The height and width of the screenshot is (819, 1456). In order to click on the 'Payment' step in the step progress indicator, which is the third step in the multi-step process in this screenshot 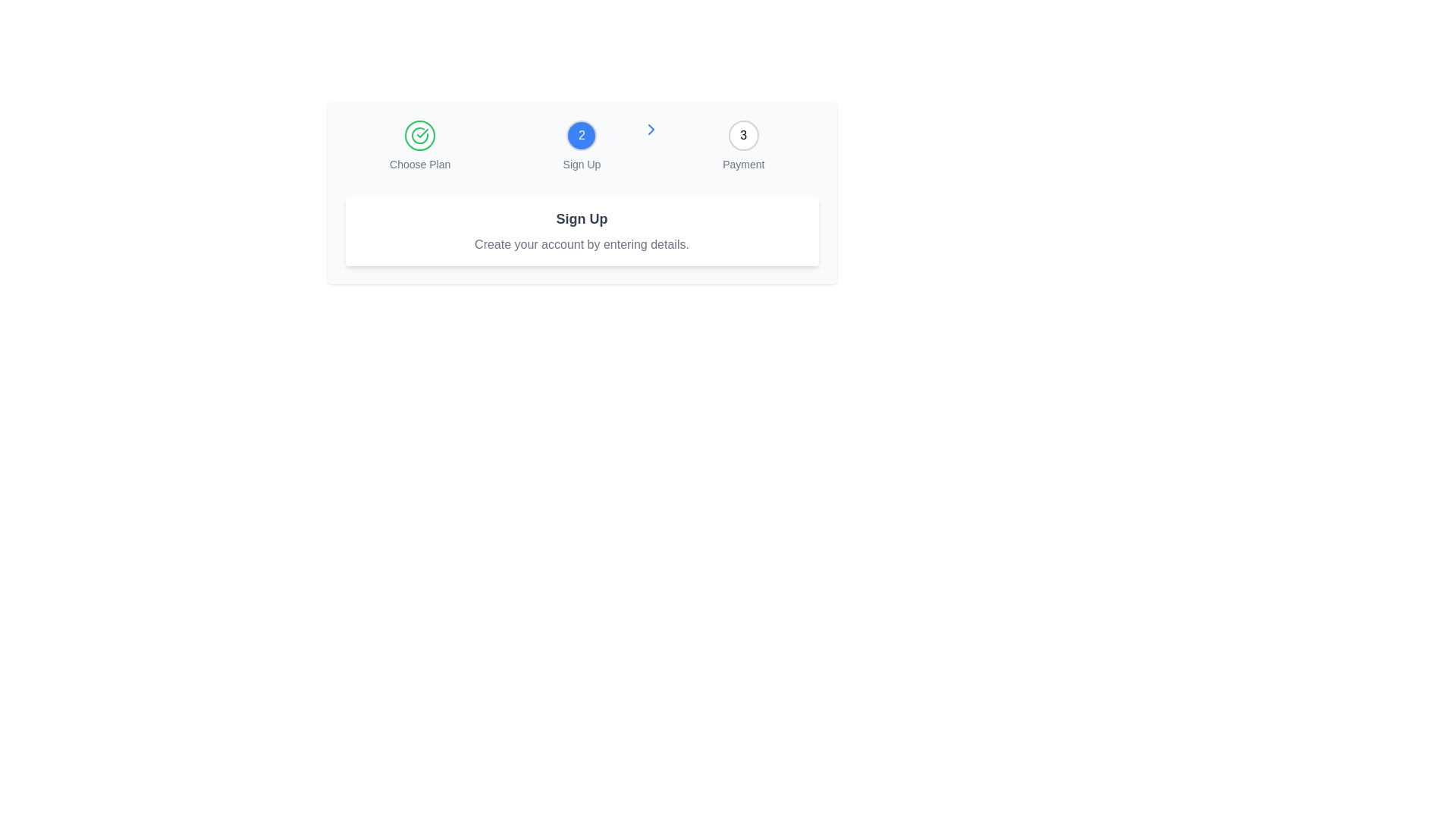, I will do `click(743, 146)`.